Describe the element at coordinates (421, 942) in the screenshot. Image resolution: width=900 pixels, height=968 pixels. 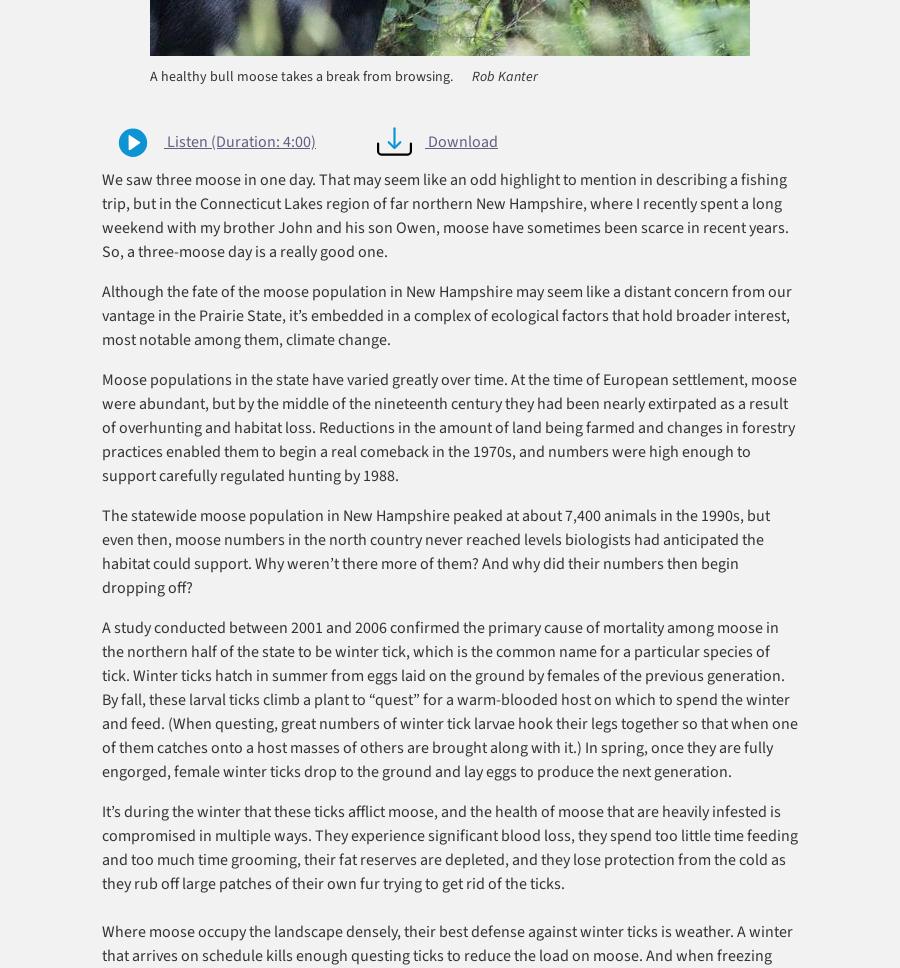
I see `'Accessibility'` at that location.